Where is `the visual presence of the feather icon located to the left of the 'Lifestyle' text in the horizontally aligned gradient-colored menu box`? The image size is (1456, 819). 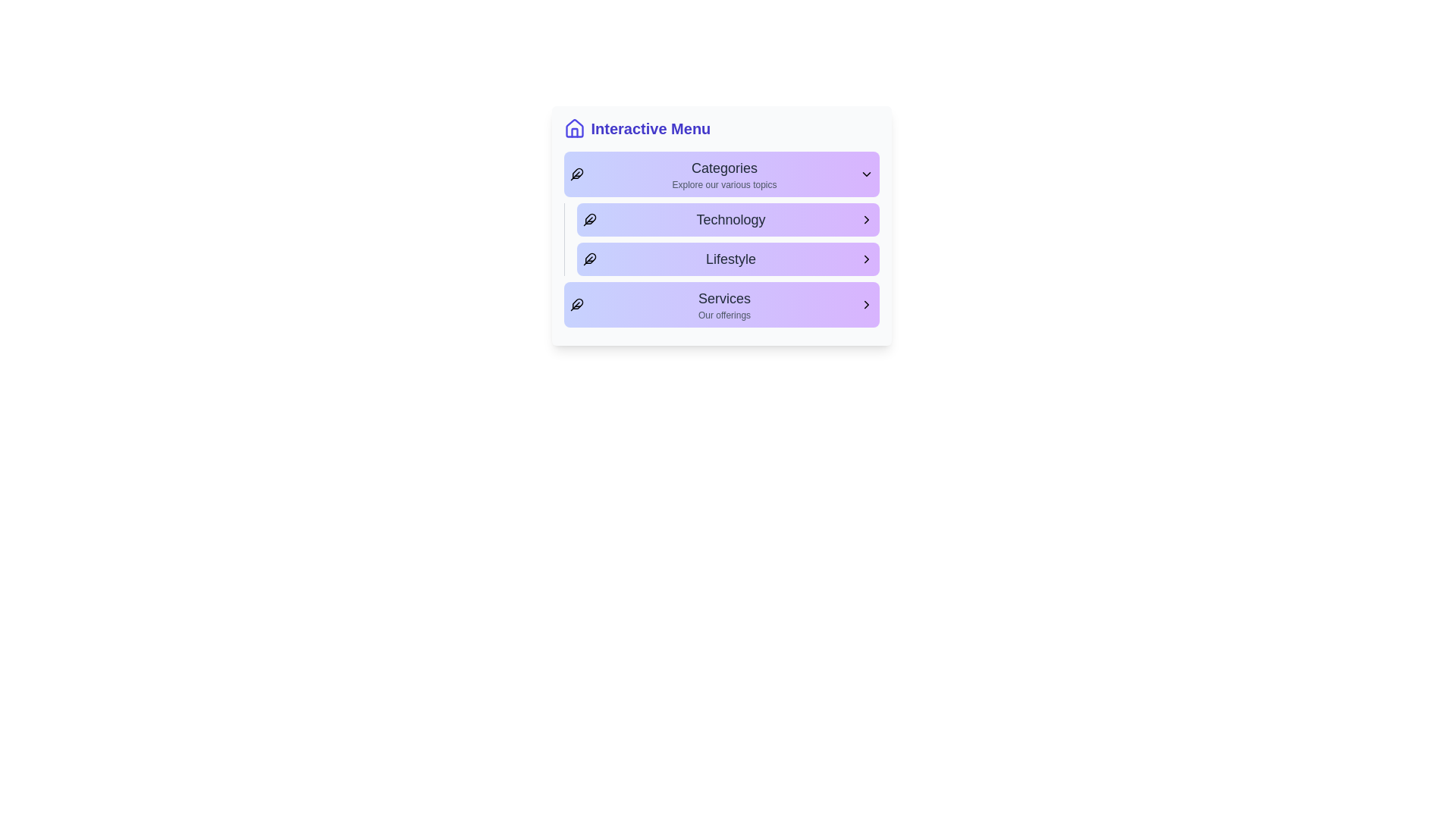
the visual presence of the feather icon located to the left of the 'Lifestyle' text in the horizontally aligned gradient-colored menu box is located at coordinates (588, 259).